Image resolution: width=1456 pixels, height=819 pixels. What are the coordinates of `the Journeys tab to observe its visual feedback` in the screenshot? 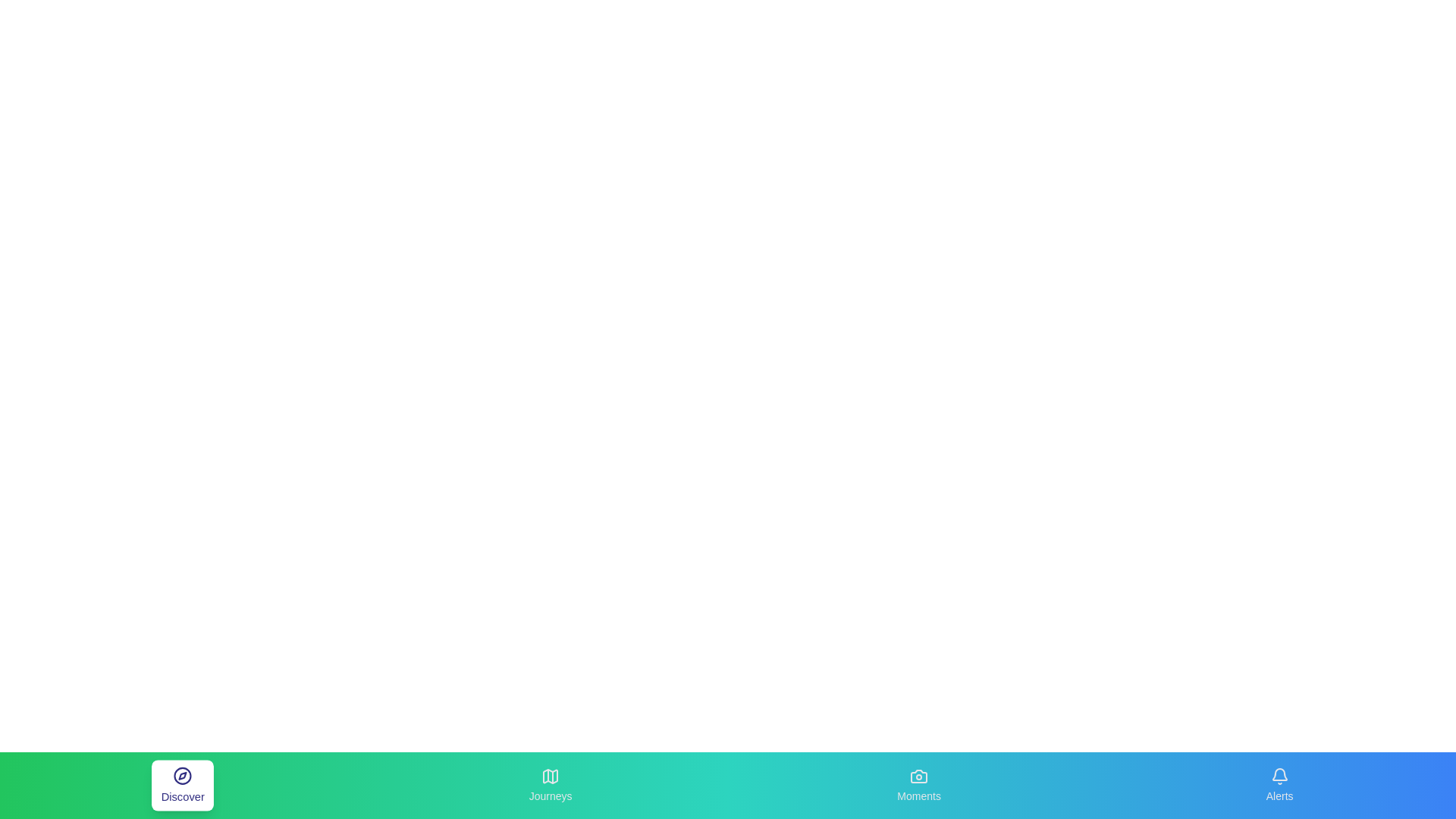 It's located at (549, 785).